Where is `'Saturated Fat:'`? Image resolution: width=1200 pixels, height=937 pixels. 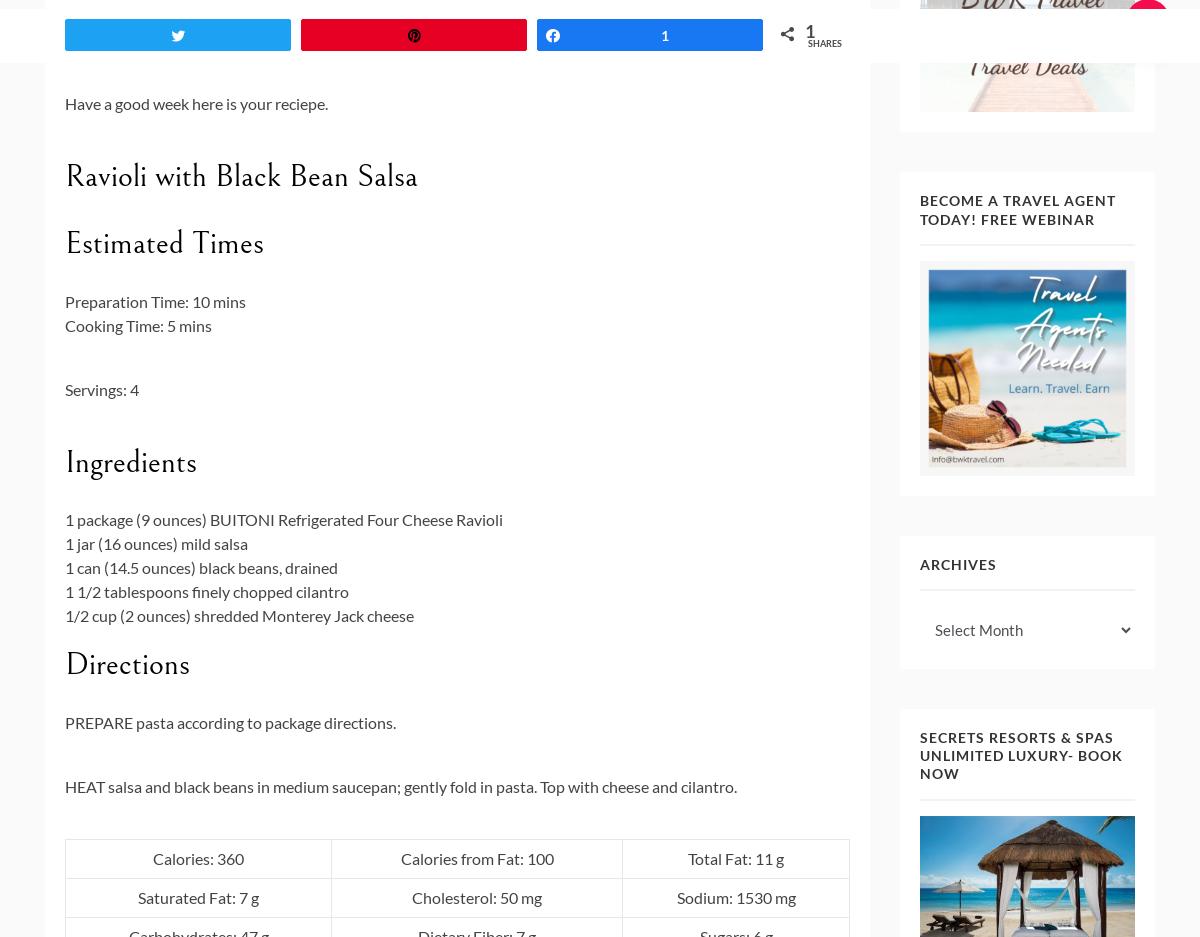 'Saturated Fat:' is located at coordinates (138, 895).